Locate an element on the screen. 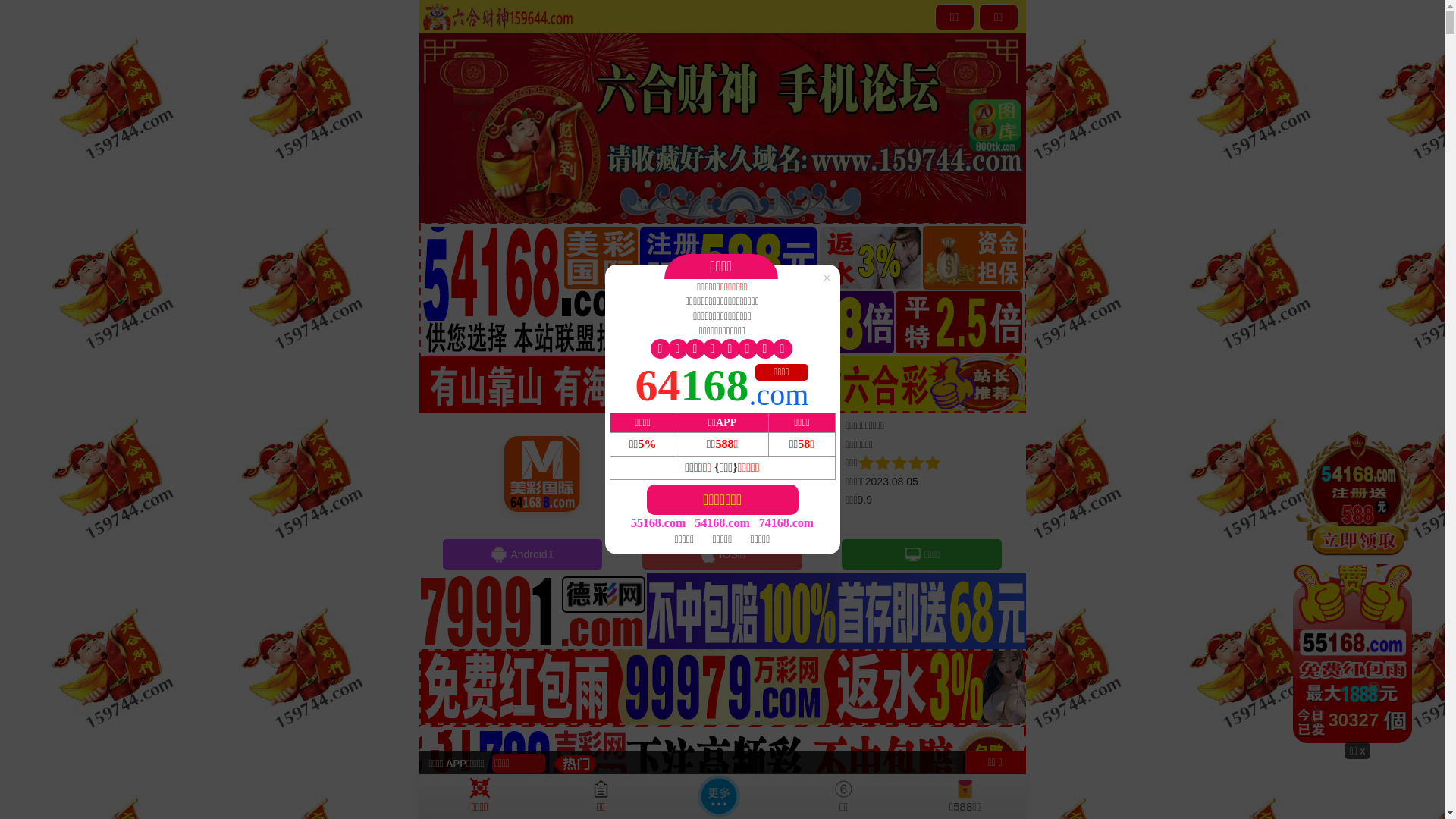 This screenshot has height=819, width=1456. '30512' is located at coordinates (1357, 584).